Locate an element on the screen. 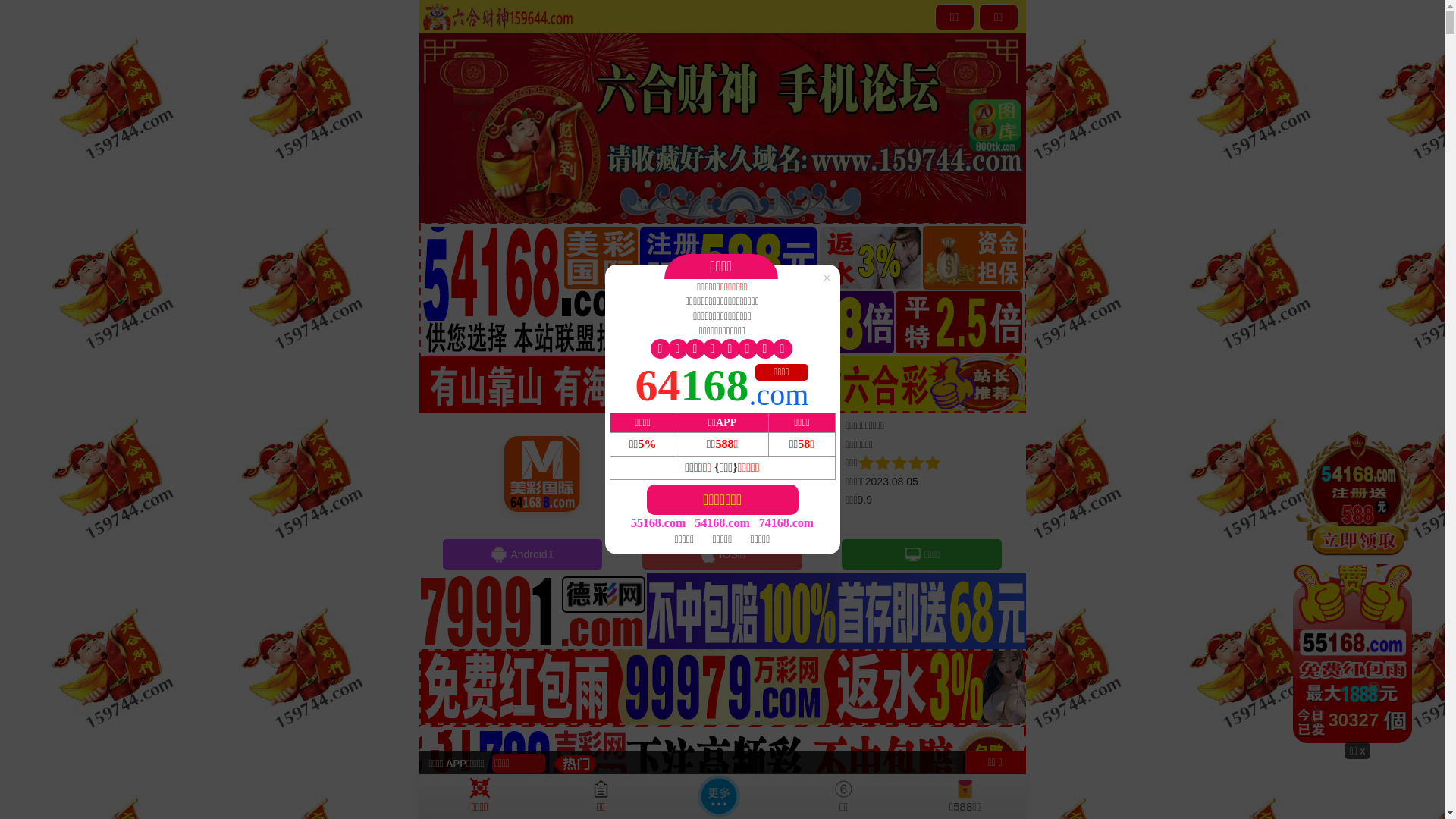 This screenshot has height=819, width=1456. '30512' is located at coordinates (1357, 584).